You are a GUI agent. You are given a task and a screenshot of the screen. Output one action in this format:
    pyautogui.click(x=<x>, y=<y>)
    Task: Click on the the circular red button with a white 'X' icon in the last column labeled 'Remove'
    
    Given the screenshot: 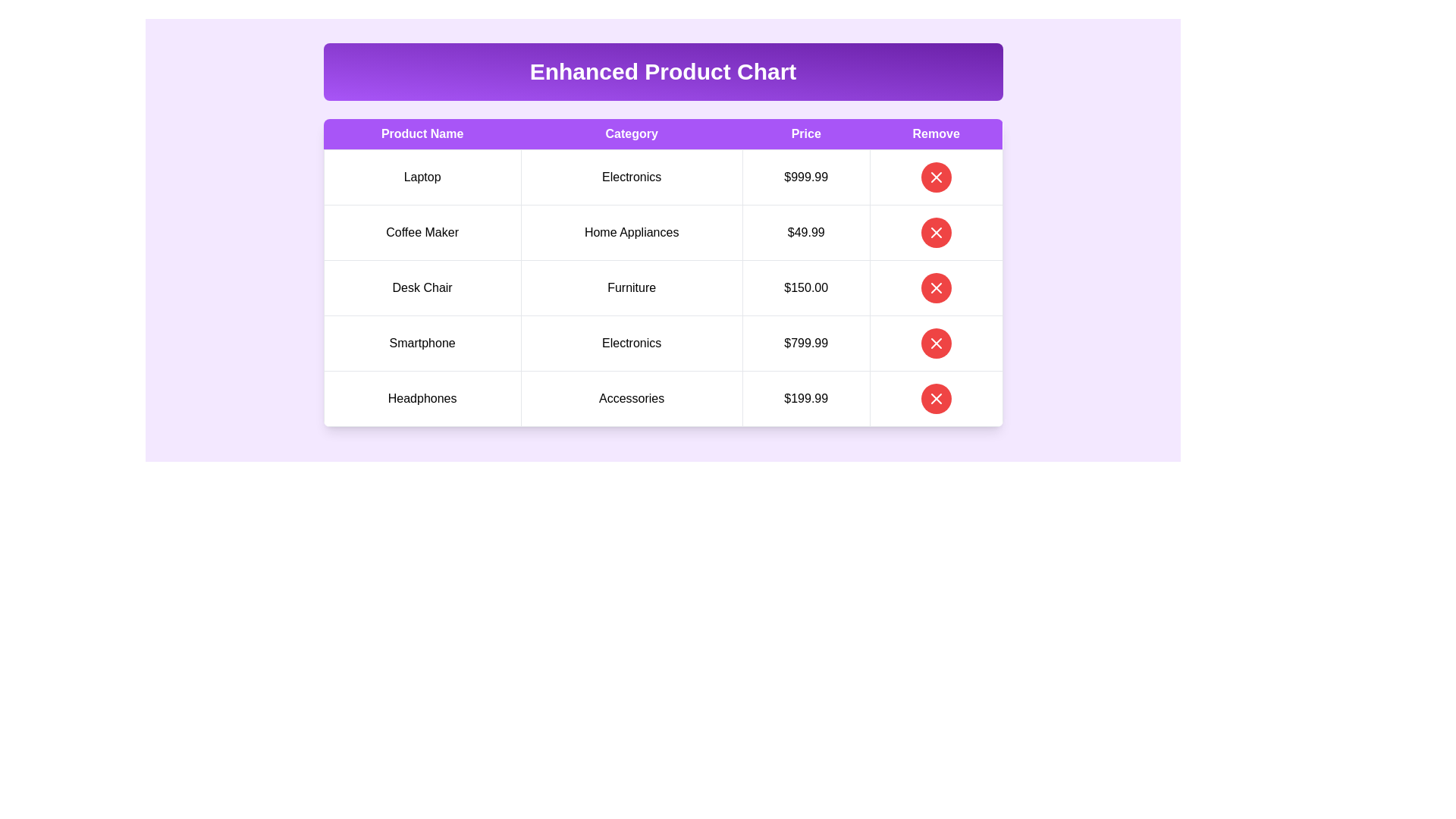 What is the action you would take?
    pyautogui.click(x=935, y=343)
    